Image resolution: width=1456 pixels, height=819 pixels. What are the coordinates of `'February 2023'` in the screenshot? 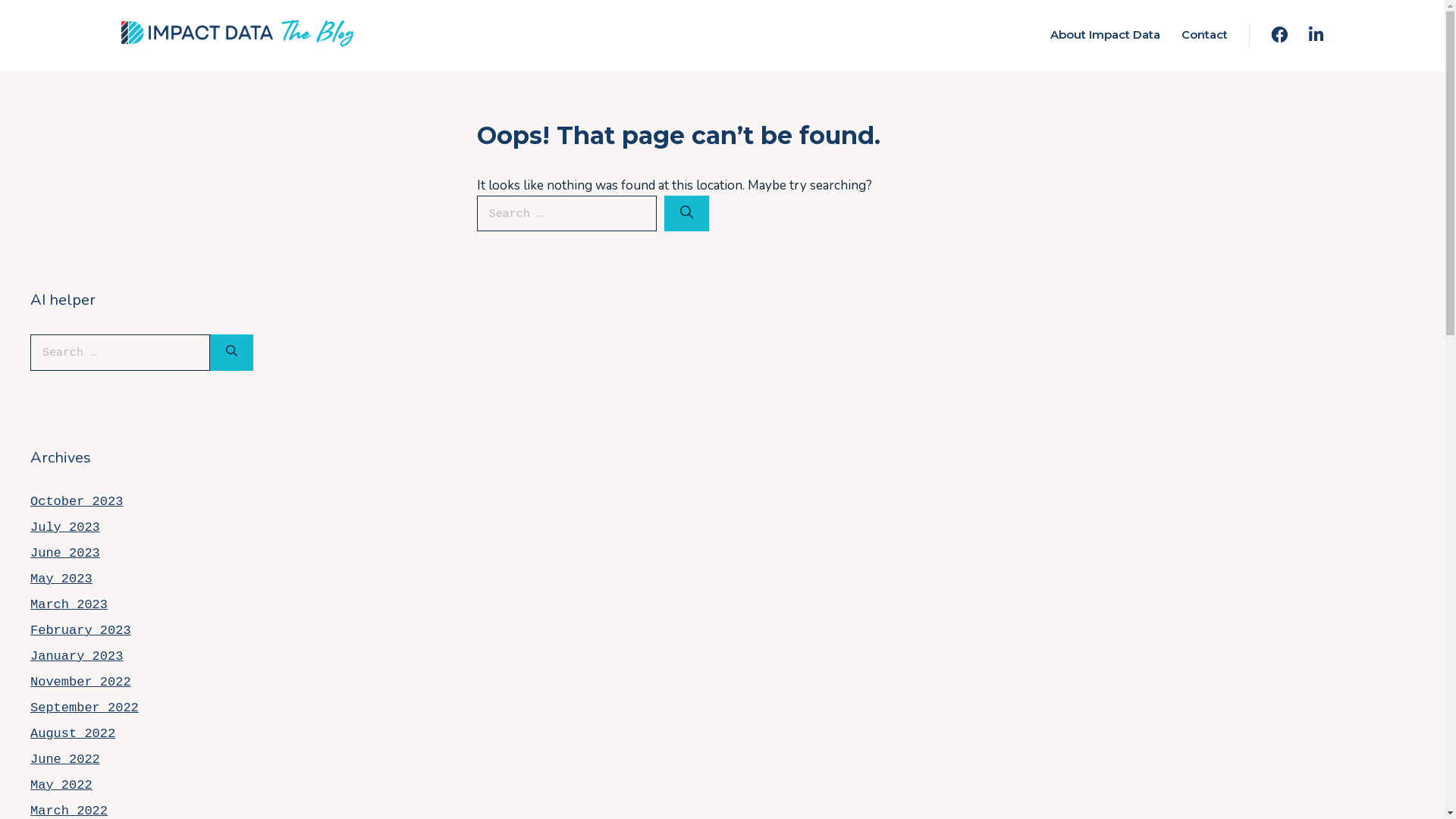 It's located at (80, 630).